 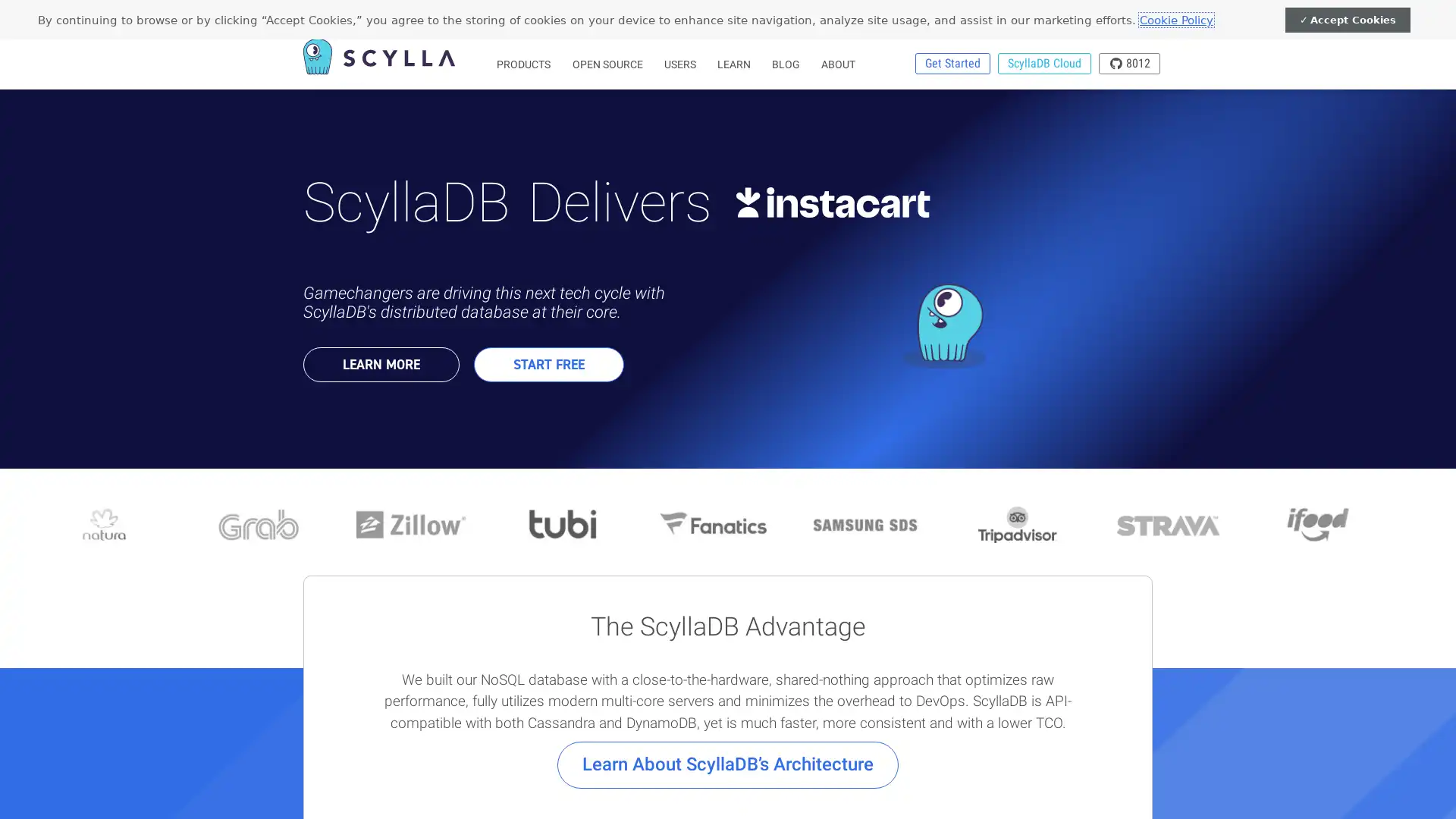 I want to click on START FREE, so click(x=548, y=364).